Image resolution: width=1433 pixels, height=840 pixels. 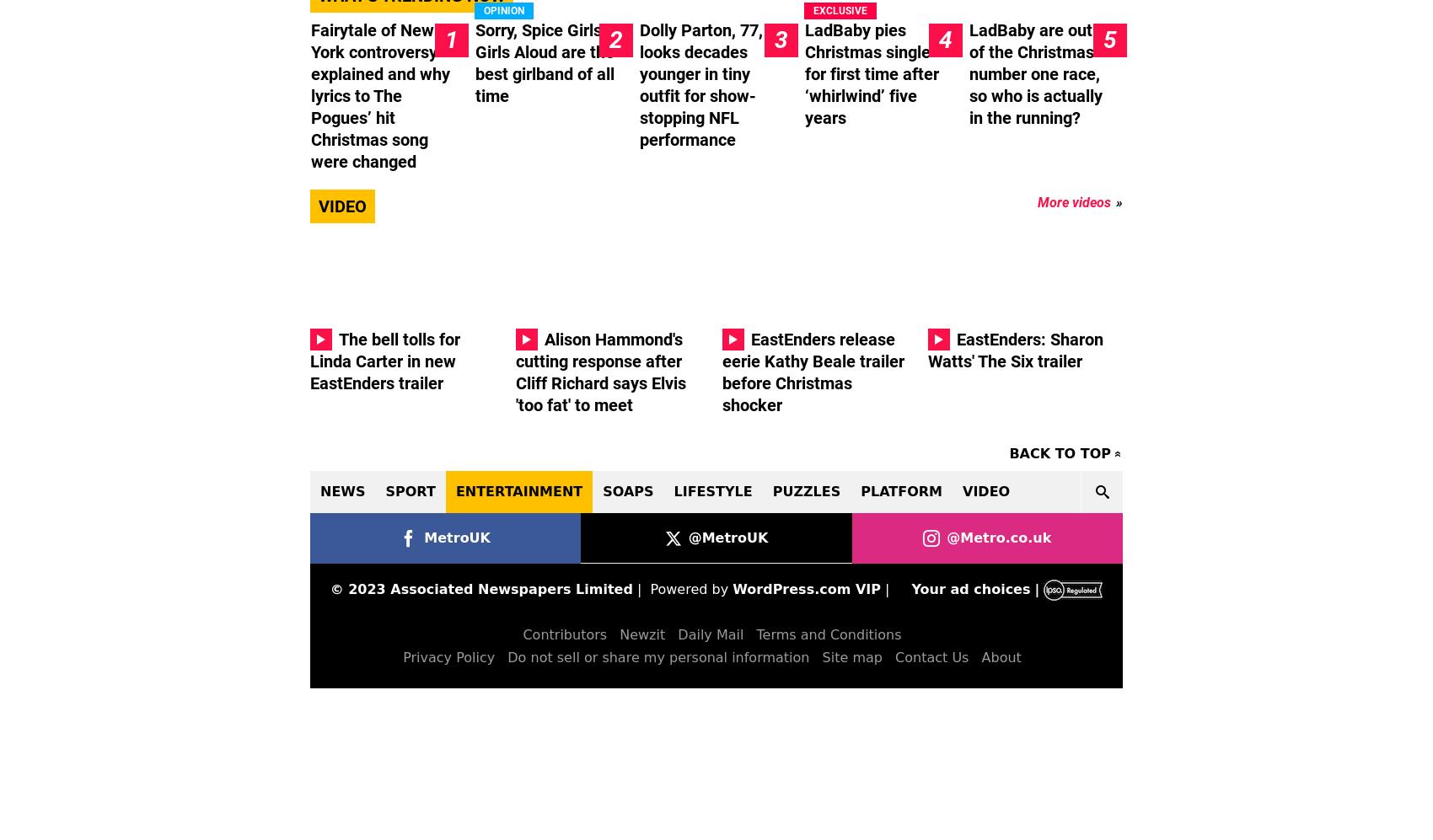 What do you see at coordinates (700, 84) in the screenshot?
I see `'Dolly Parton, 77, looks decades younger in tiny outfit for show-stopping NFL performance'` at bounding box center [700, 84].